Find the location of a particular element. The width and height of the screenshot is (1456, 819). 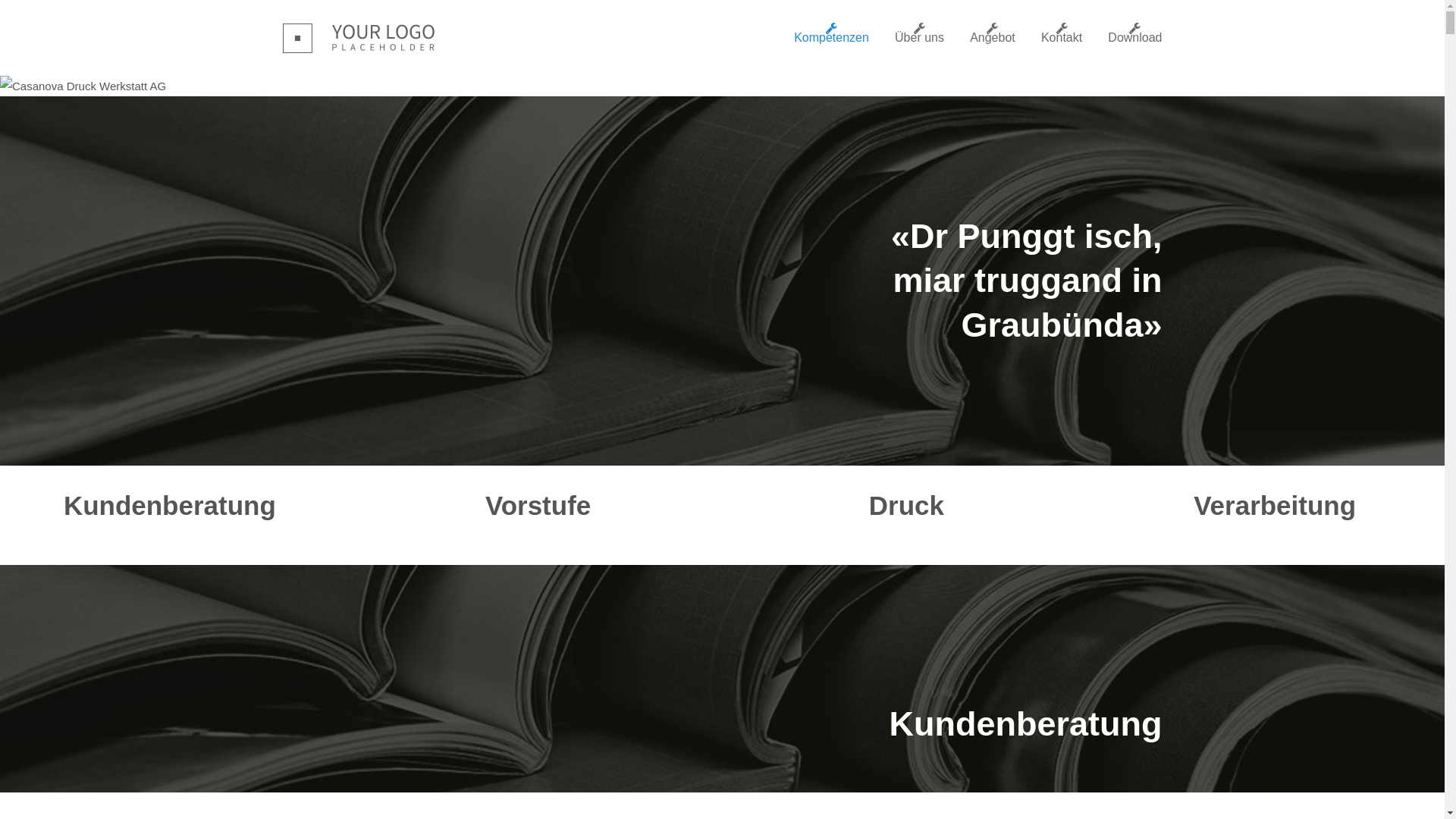

'Kontakt' is located at coordinates (1061, 37).